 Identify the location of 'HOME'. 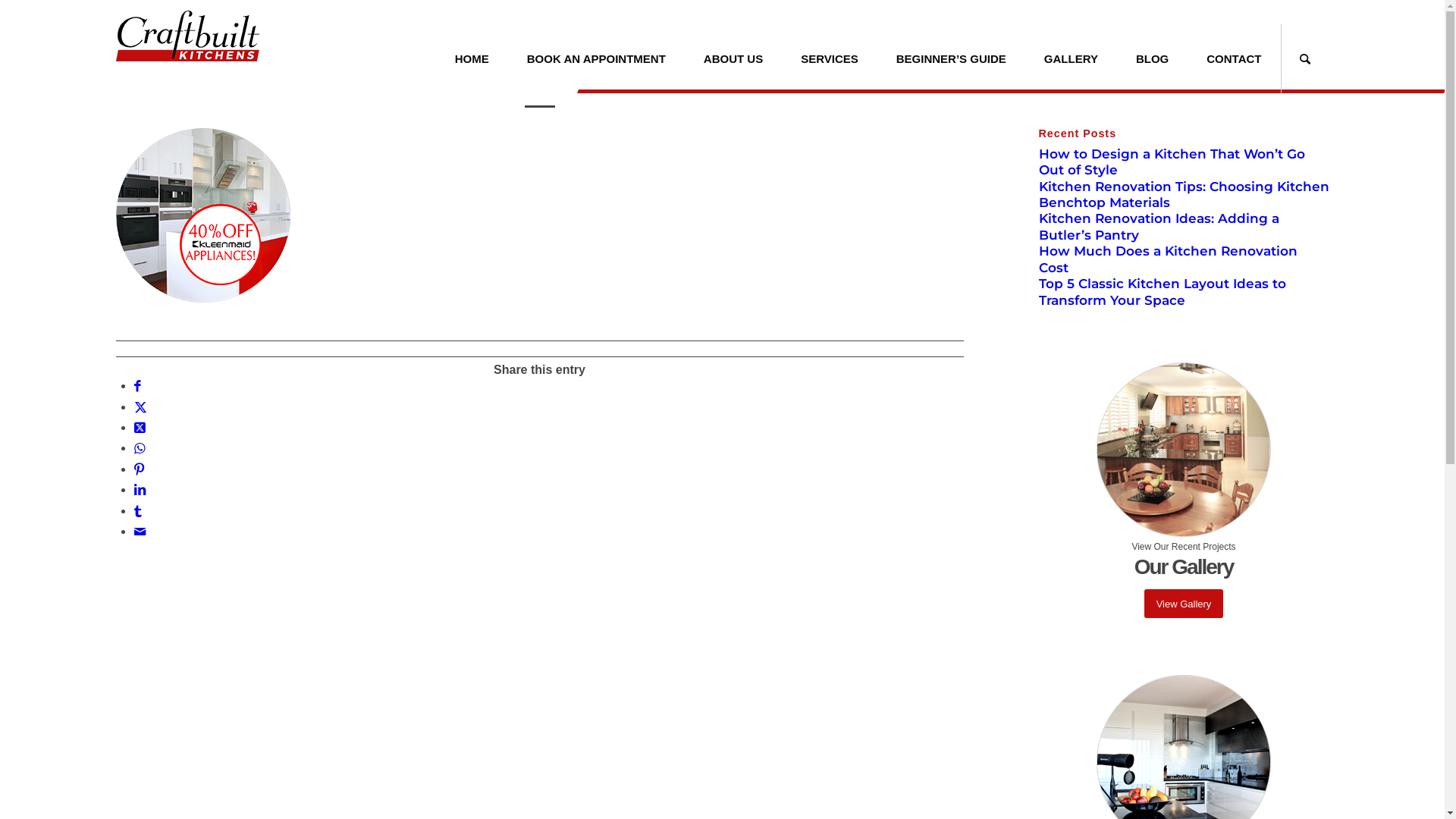
(471, 58).